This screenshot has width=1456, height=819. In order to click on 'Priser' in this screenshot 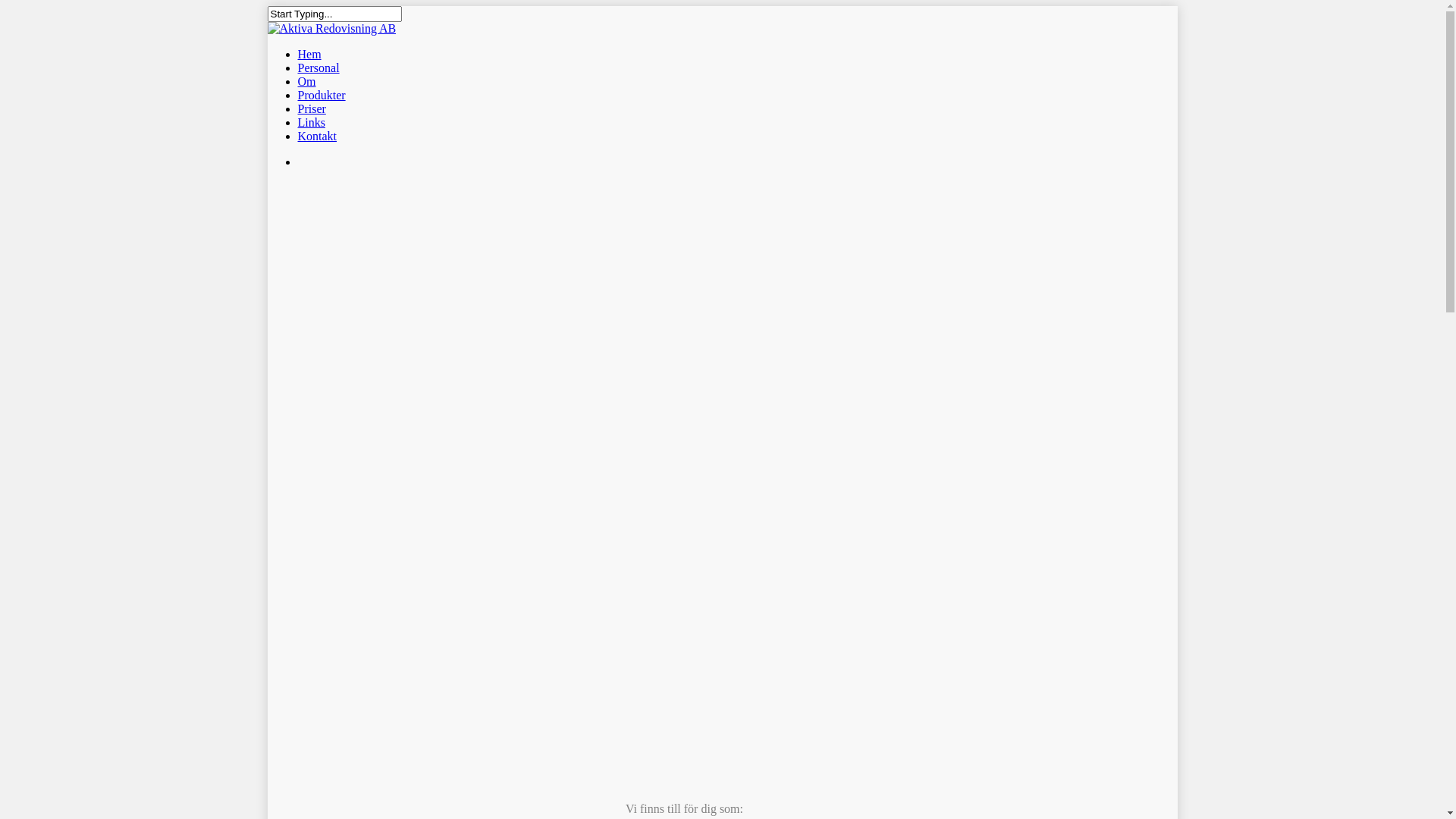, I will do `click(310, 108)`.